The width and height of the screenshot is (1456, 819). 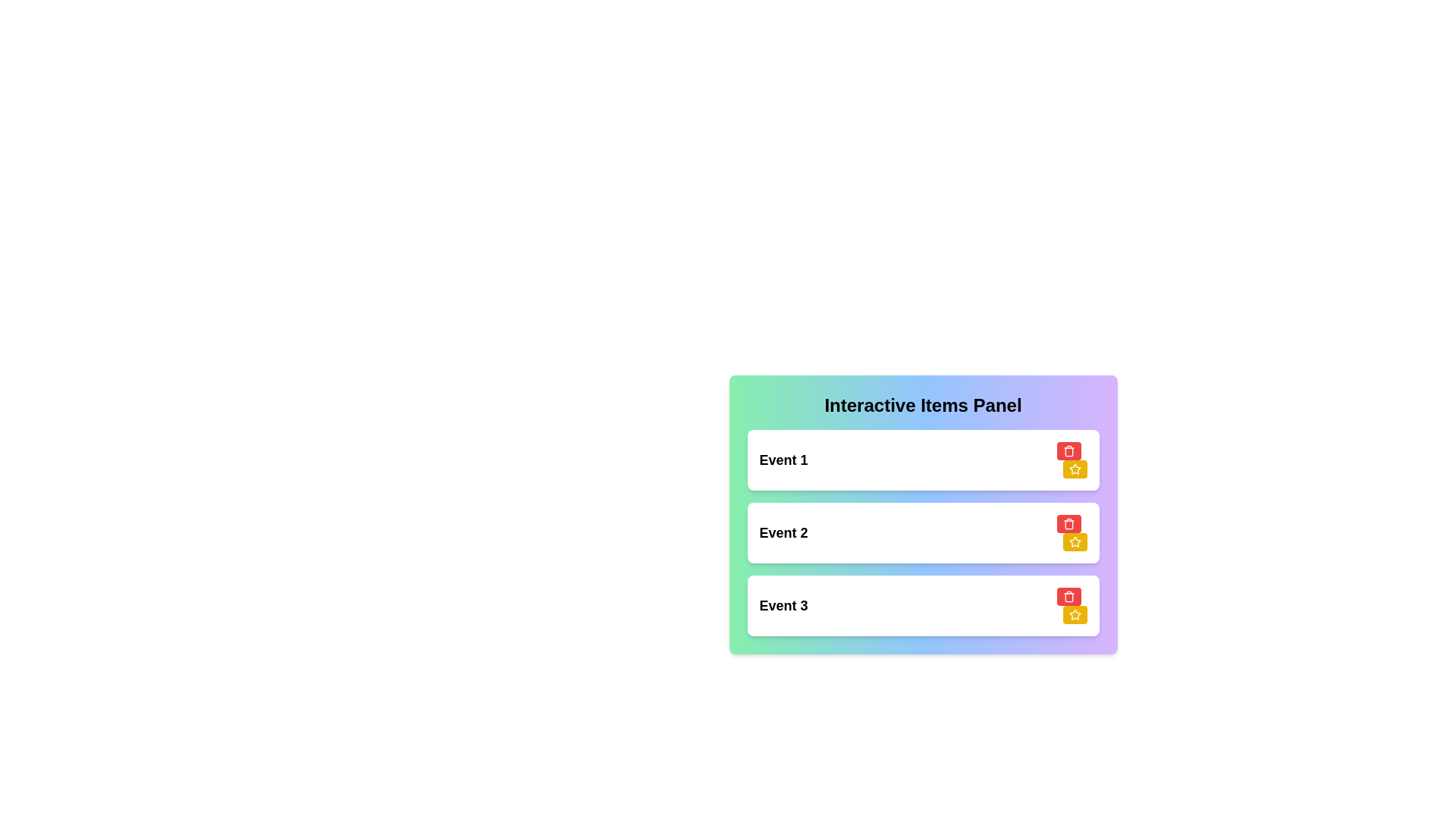 I want to click on the star-shaped button/icon located in the 'Event 2' section of the 'Interactive Items Panel', so click(x=1074, y=541).